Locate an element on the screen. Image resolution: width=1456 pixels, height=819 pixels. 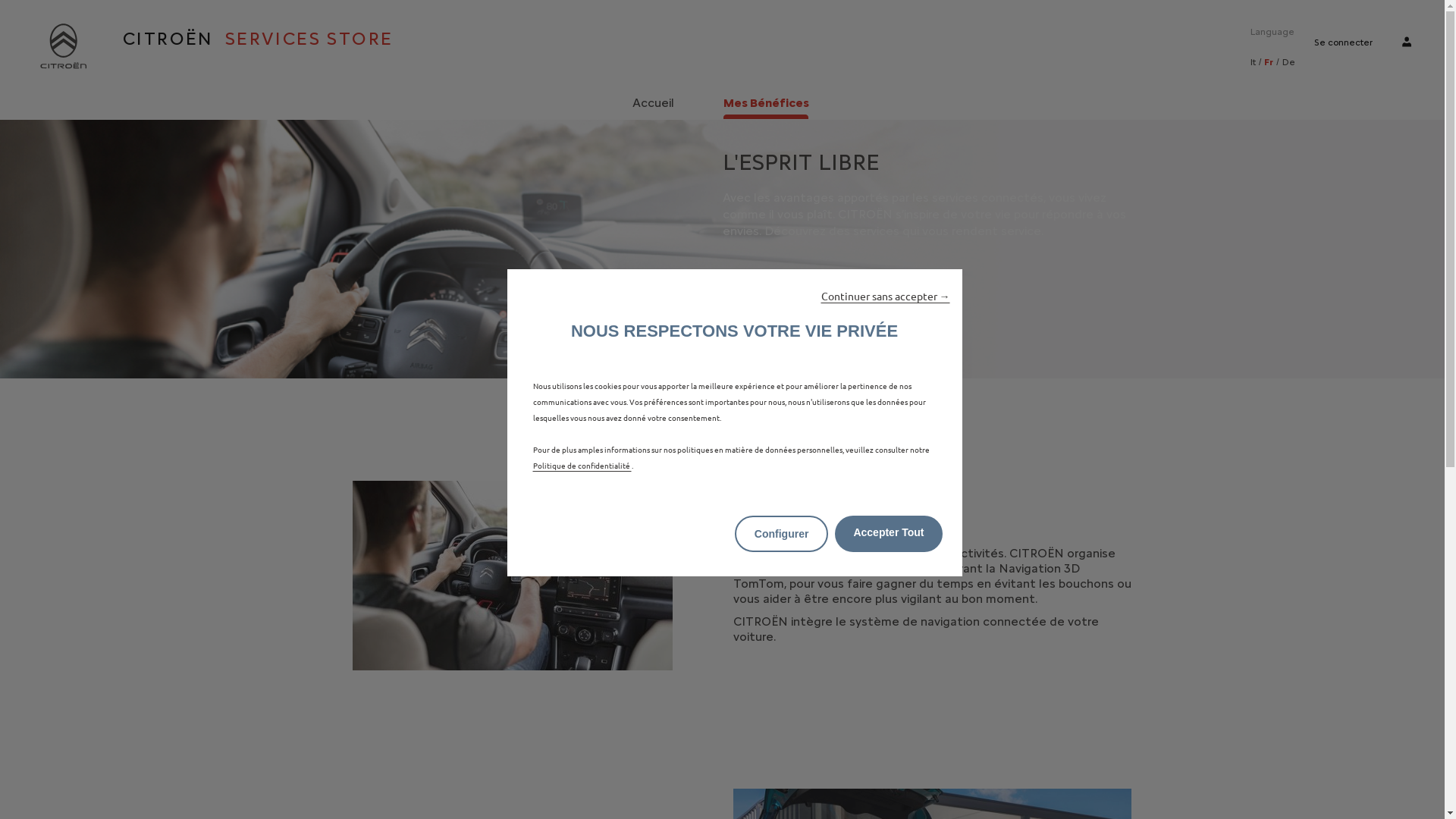
'Vivez' is located at coordinates (513, 576).